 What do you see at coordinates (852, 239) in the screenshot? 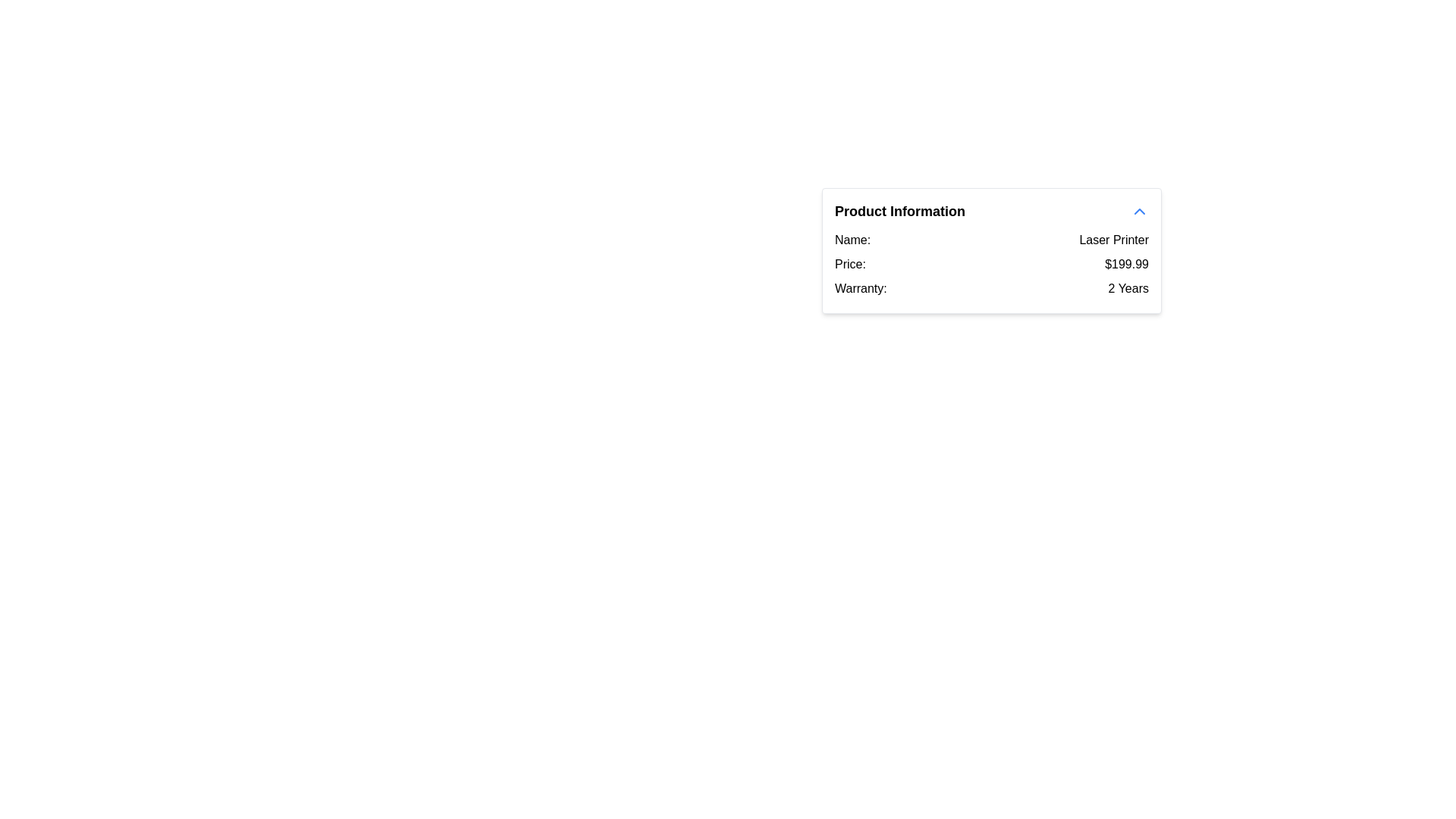
I see `the static text label displaying 'Name:' which is positioned to the left of 'Laser Printer'` at bounding box center [852, 239].